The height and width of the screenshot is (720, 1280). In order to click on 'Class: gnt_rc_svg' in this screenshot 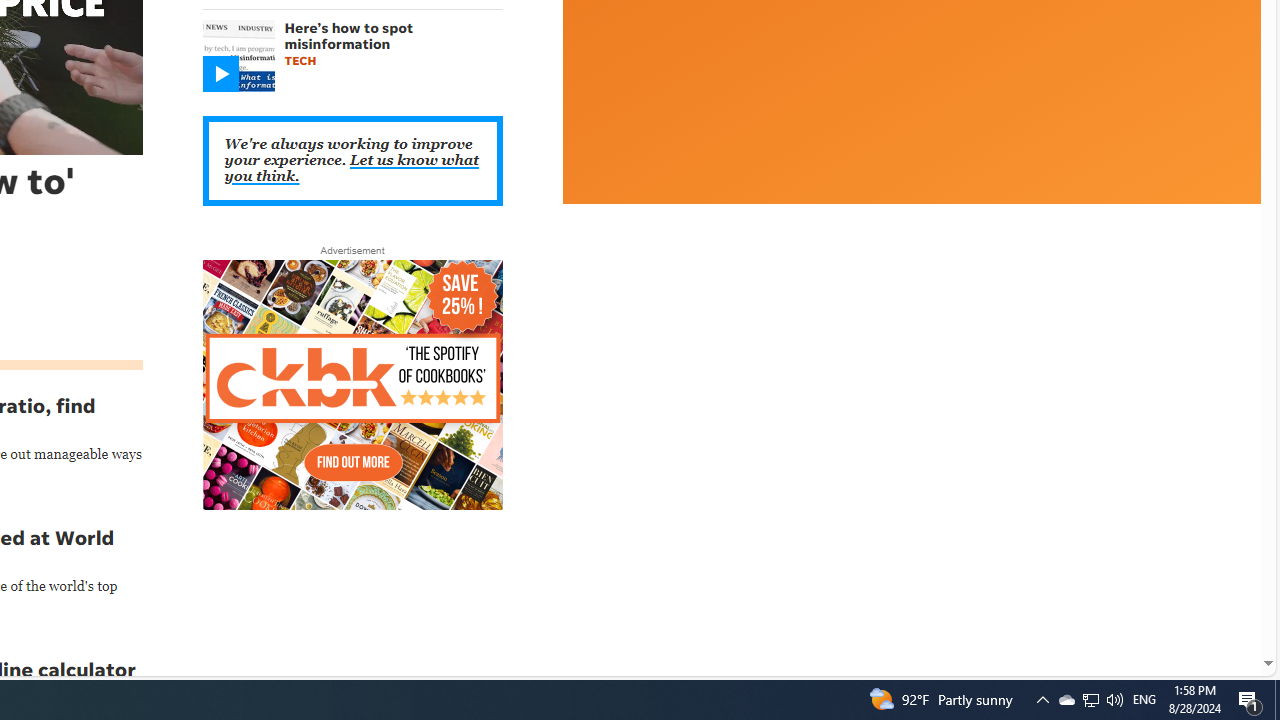, I will do `click(220, 73)`.